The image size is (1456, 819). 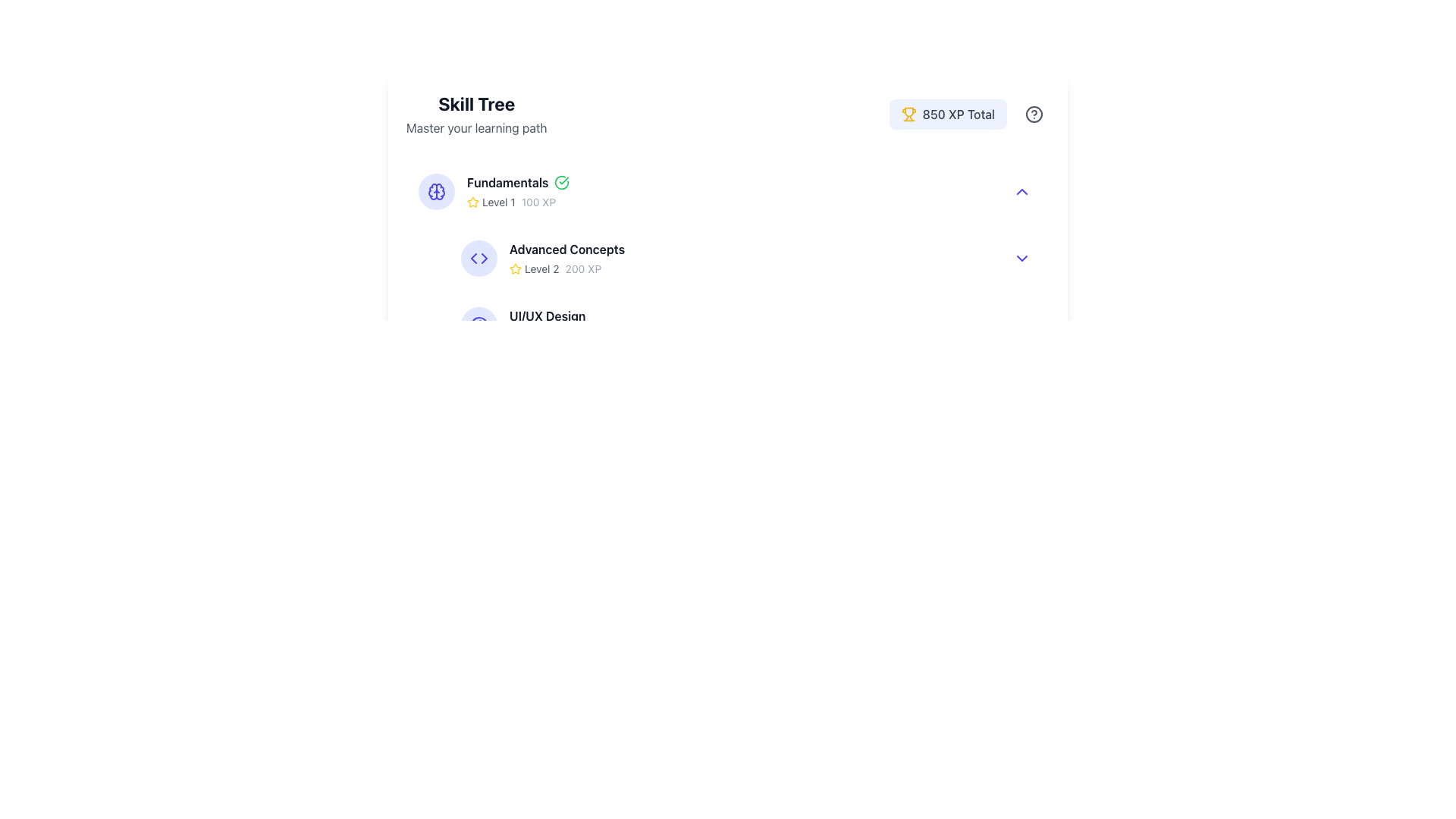 I want to click on the Information Display containing the trophy icon and the text '850 XP Total', so click(x=968, y=113).